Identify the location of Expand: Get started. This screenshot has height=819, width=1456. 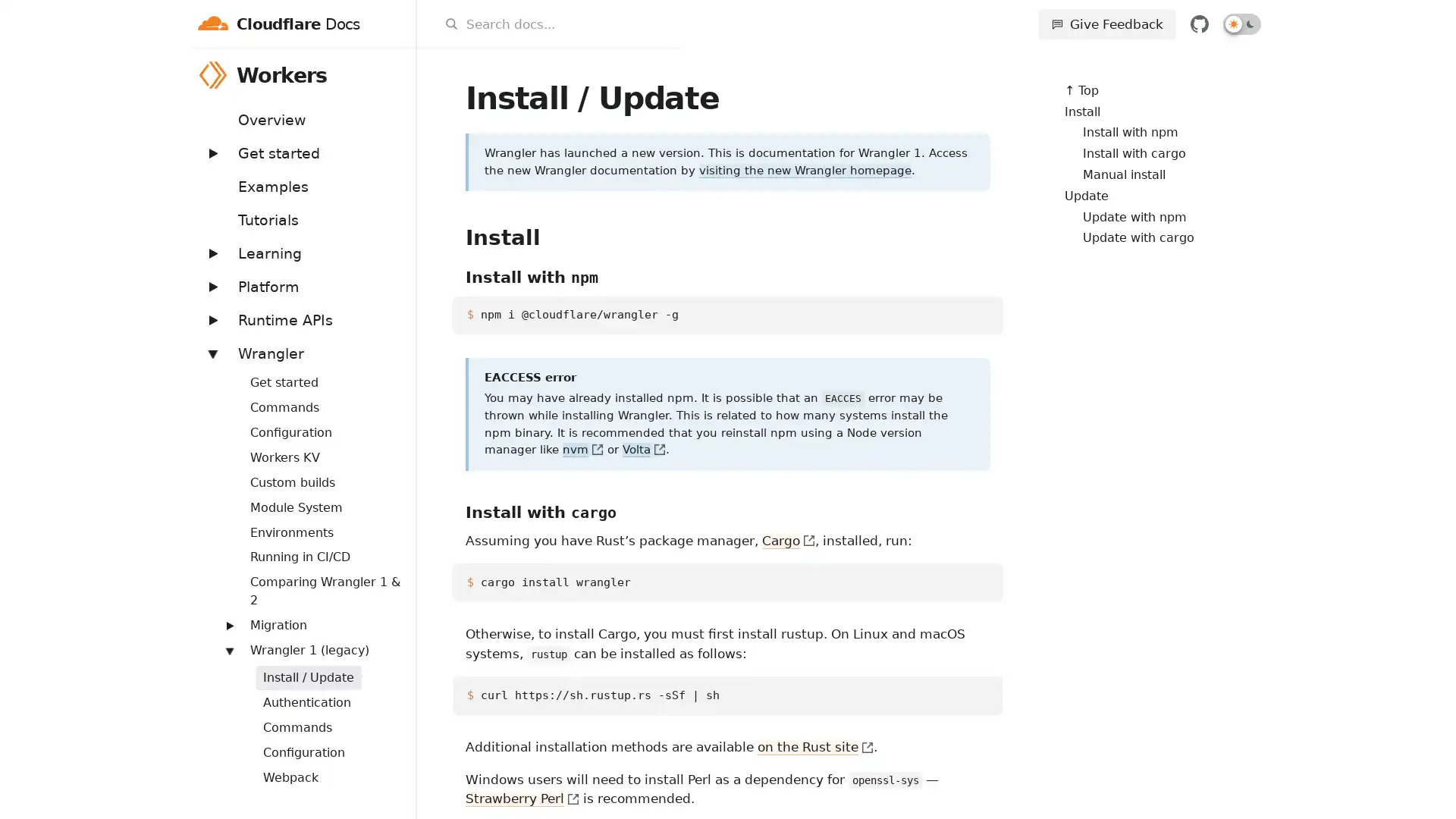
(211, 152).